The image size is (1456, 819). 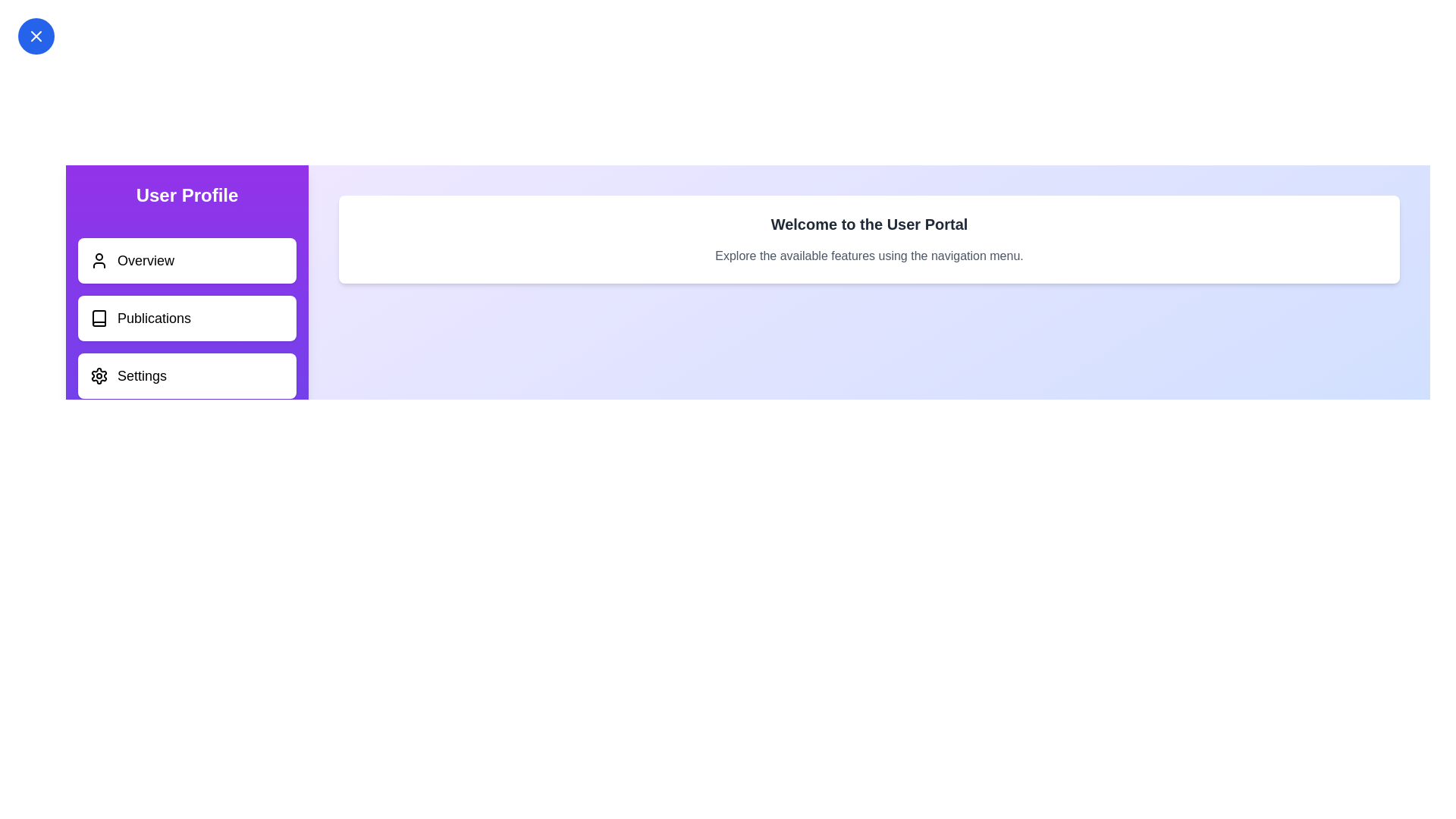 What do you see at coordinates (186, 259) in the screenshot?
I see `the Overview menu item to navigate to the respective section` at bounding box center [186, 259].